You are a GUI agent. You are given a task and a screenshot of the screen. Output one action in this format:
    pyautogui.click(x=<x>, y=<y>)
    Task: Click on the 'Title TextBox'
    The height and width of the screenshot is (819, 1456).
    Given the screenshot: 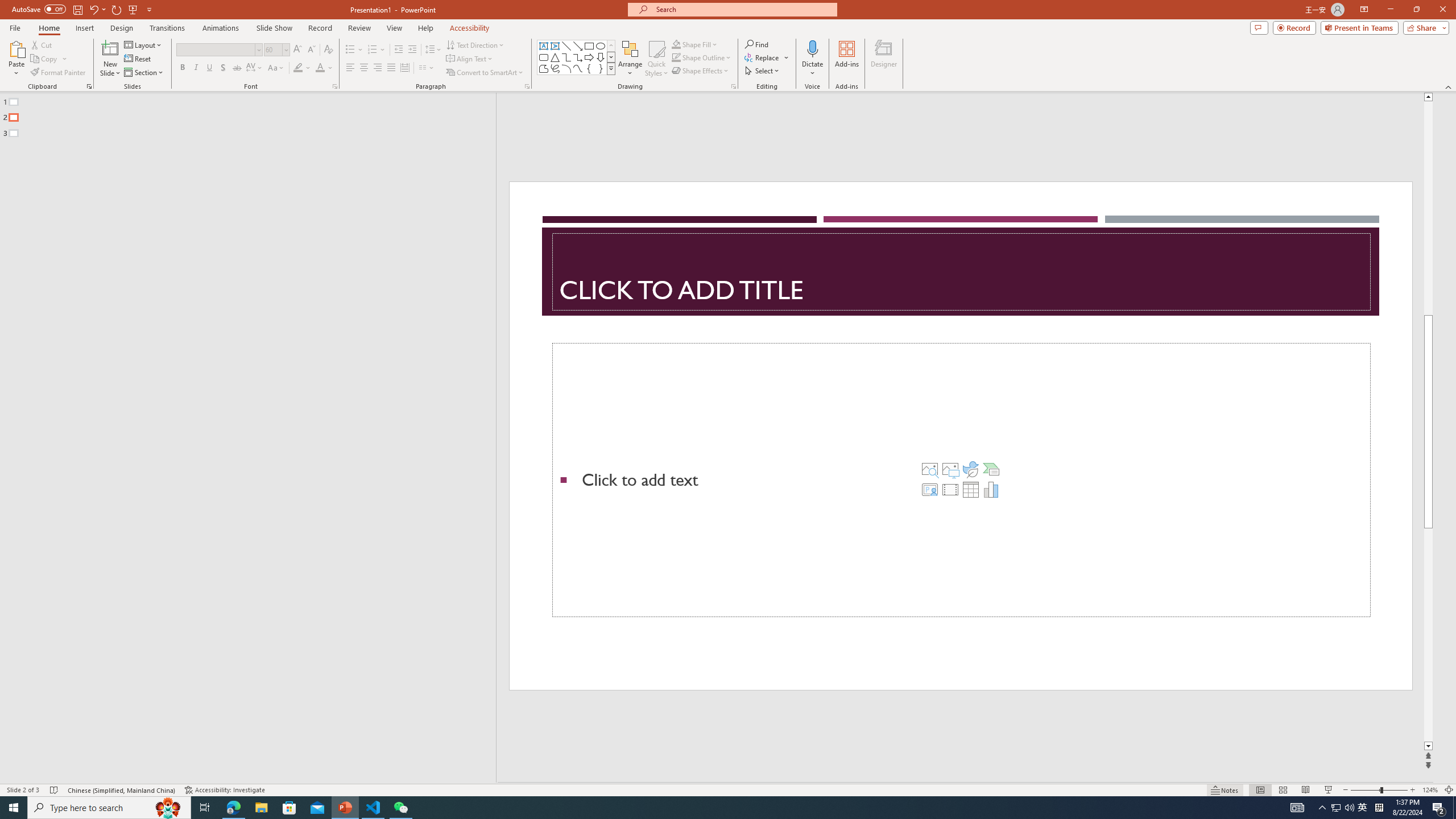 What is the action you would take?
    pyautogui.click(x=960, y=272)
    